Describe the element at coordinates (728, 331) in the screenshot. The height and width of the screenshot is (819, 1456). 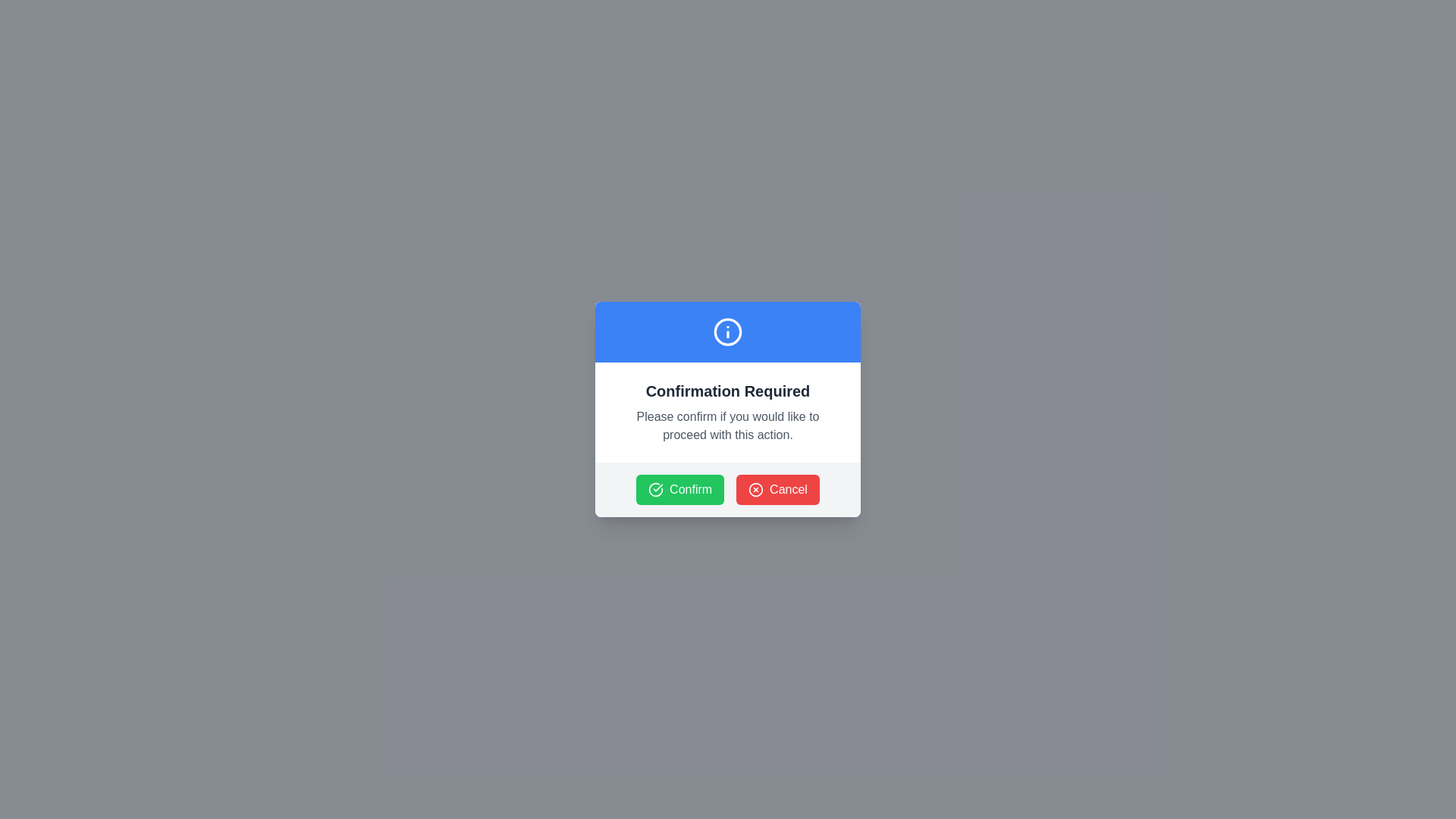
I see `the Header panel of the modal dialog that contains an informational icon, which is located at the topmost section above the 'Confirmation Required' heading` at that location.